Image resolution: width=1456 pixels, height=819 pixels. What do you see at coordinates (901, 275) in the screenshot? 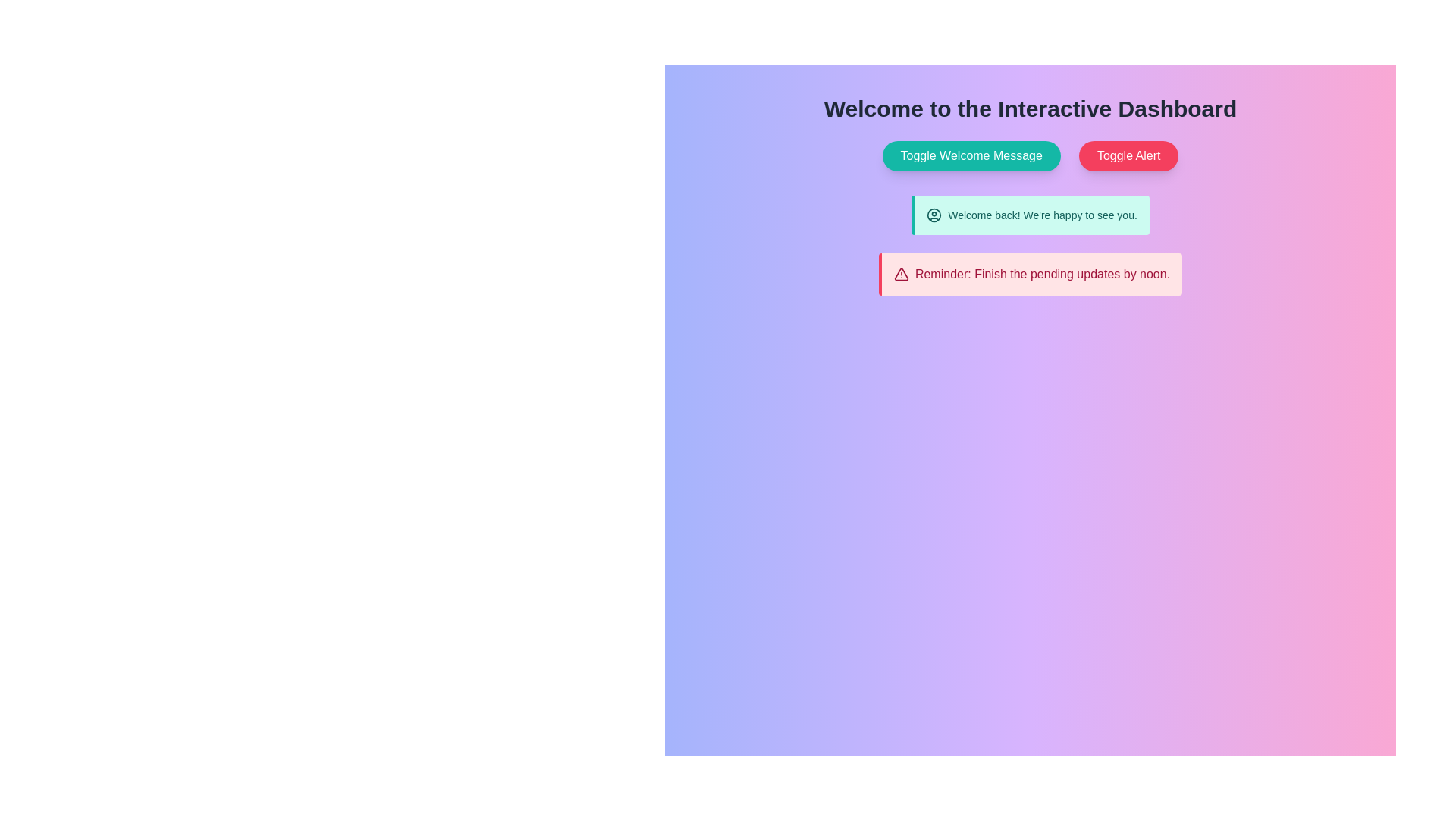
I see `the alert icon, which is the leftmost component of the alert message panel with a pink background and red border, indicating a reminder to finish pending updates by noon` at bounding box center [901, 275].